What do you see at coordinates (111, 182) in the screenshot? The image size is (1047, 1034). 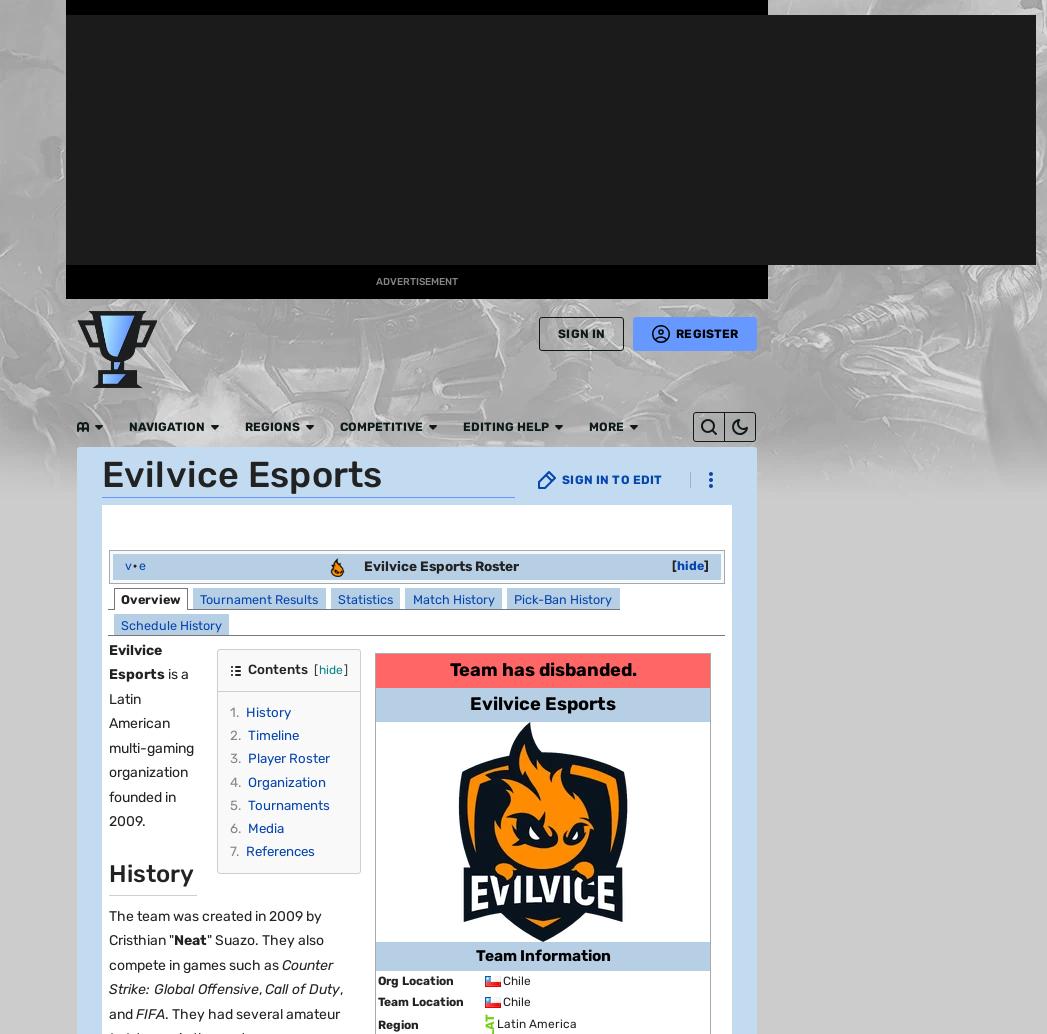 I see `'More Fandoms'` at bounding box center [111, 182].